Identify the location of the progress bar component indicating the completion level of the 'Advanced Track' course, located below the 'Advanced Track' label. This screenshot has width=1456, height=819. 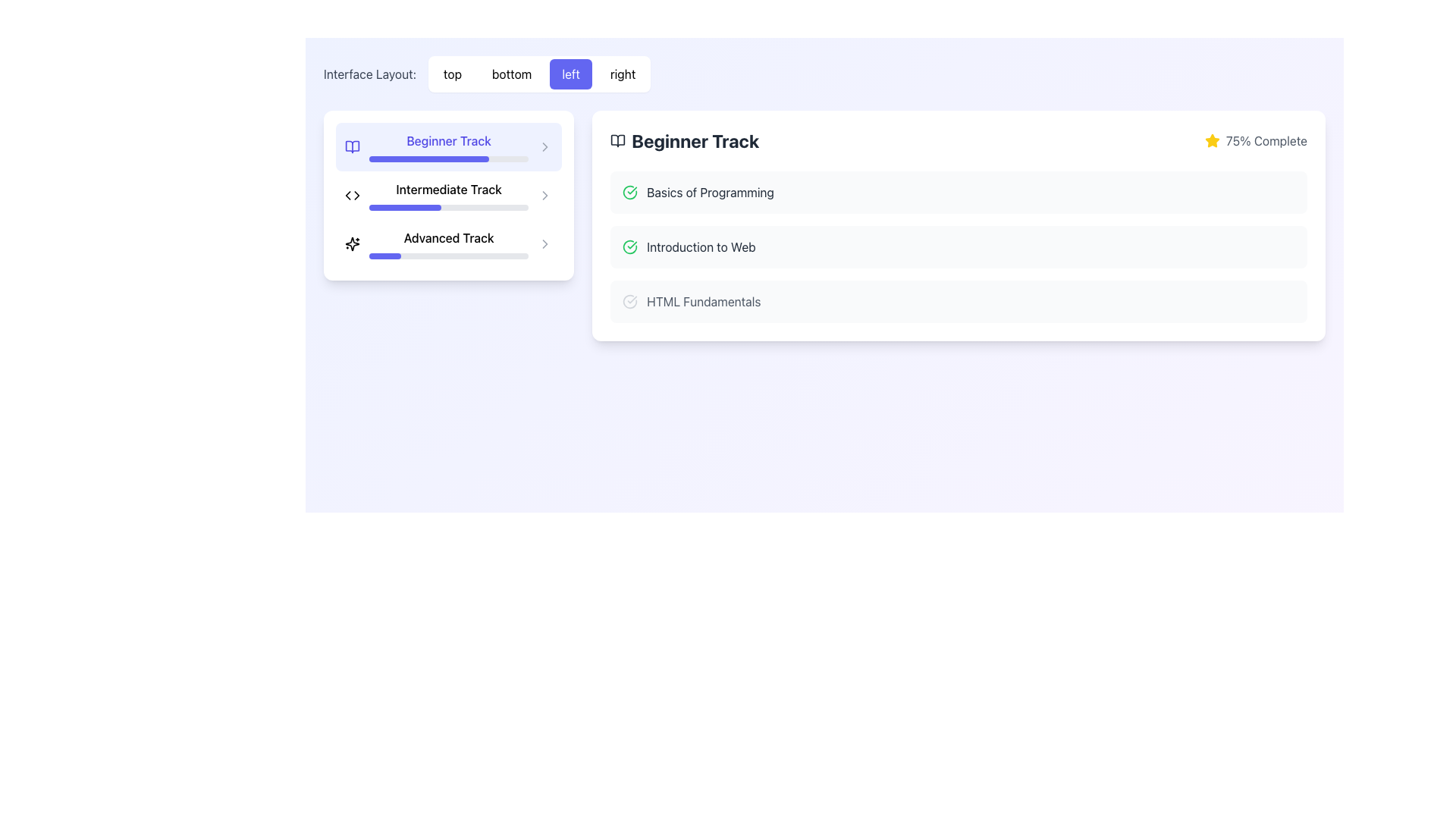
(448, 256).